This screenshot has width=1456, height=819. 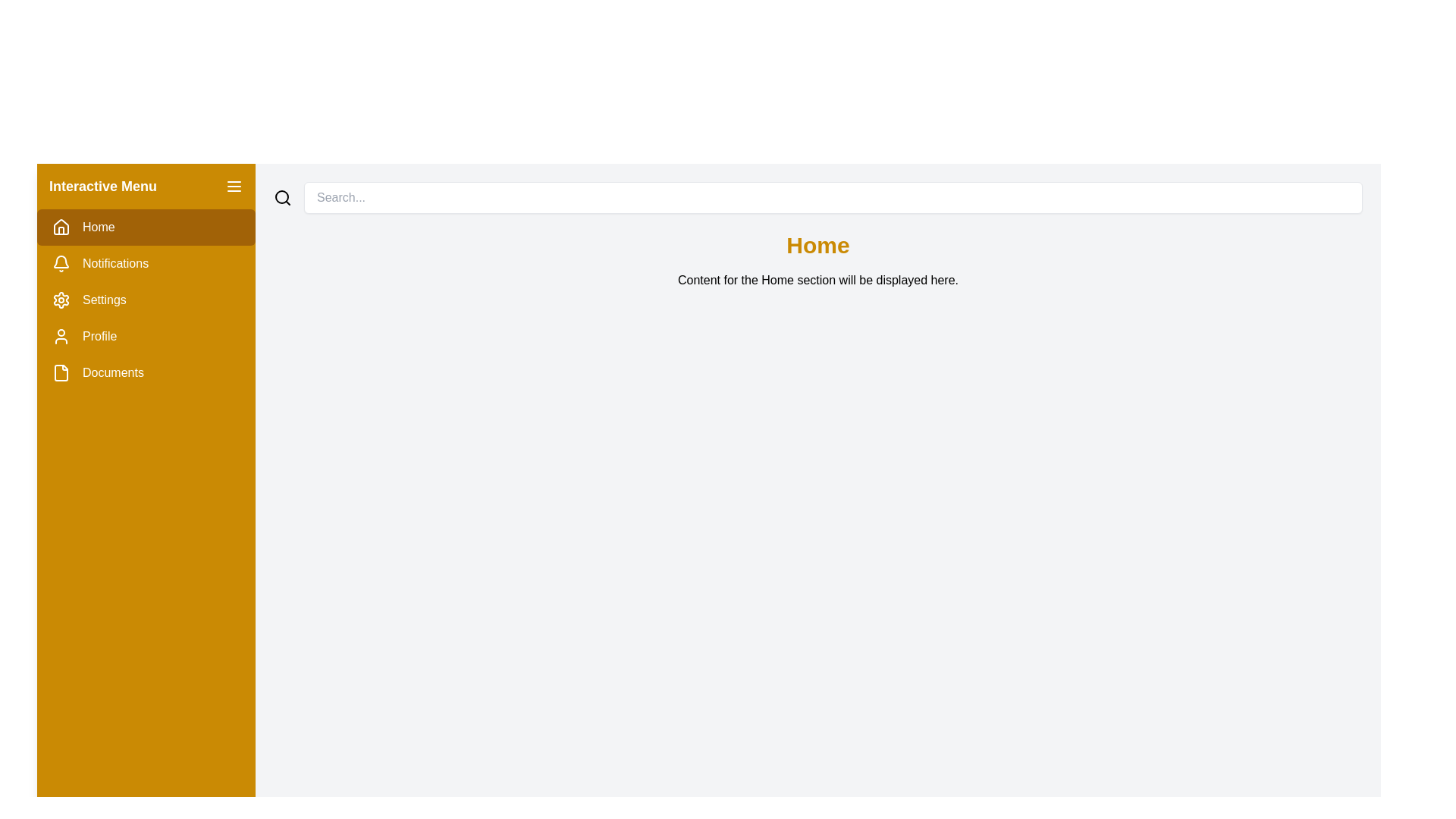 What do you see at coordinates (61, 373) in the screenshot?
I see `the SVG-based icon serving as a visual indicator for the 'Documents' menu item located to the left of the text label 'Documents' in the left-side vertical menu` at bounding box center [61, 373].